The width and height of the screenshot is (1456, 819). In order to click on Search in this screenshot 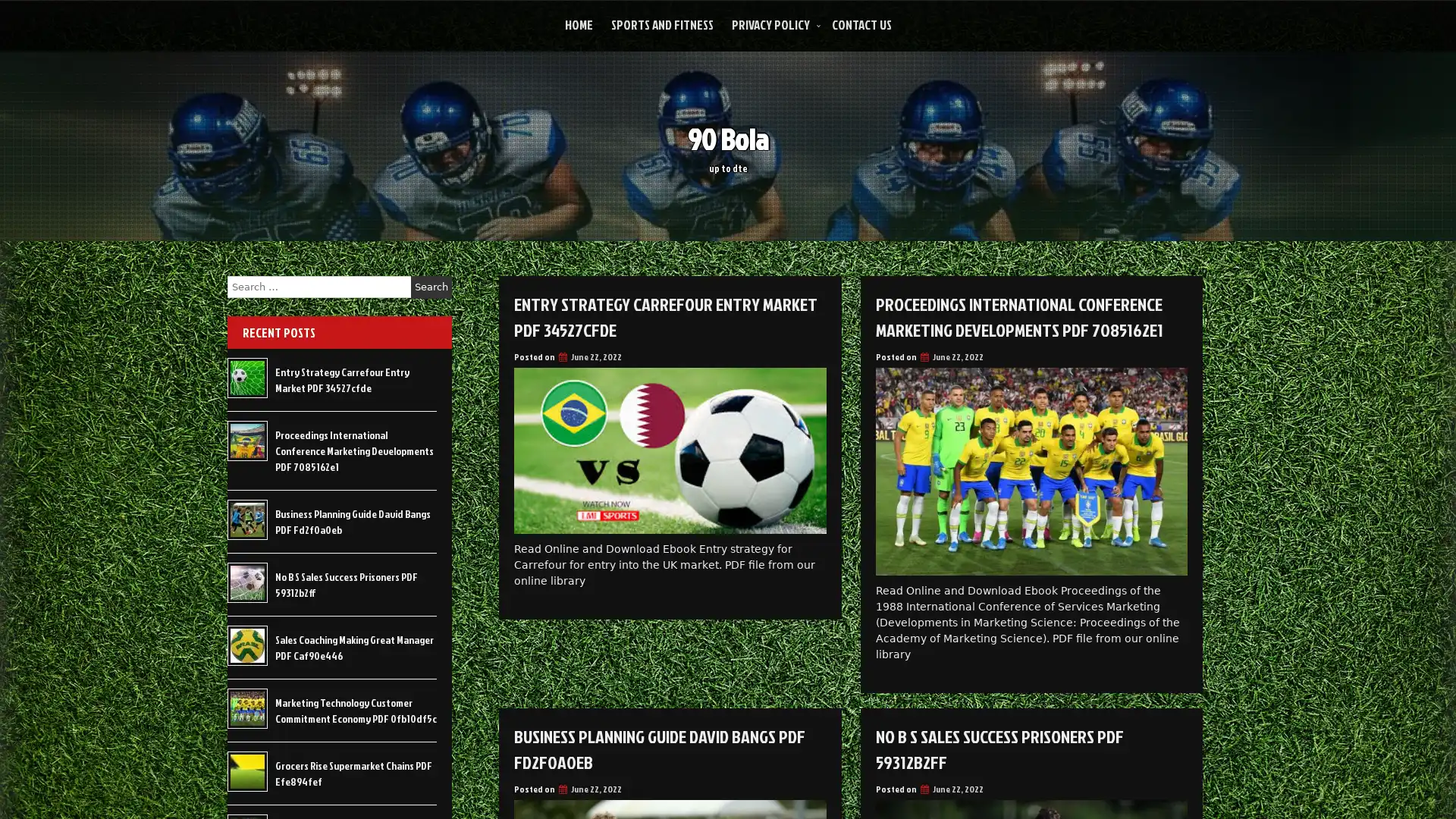, I will do `click(431, 287)`.